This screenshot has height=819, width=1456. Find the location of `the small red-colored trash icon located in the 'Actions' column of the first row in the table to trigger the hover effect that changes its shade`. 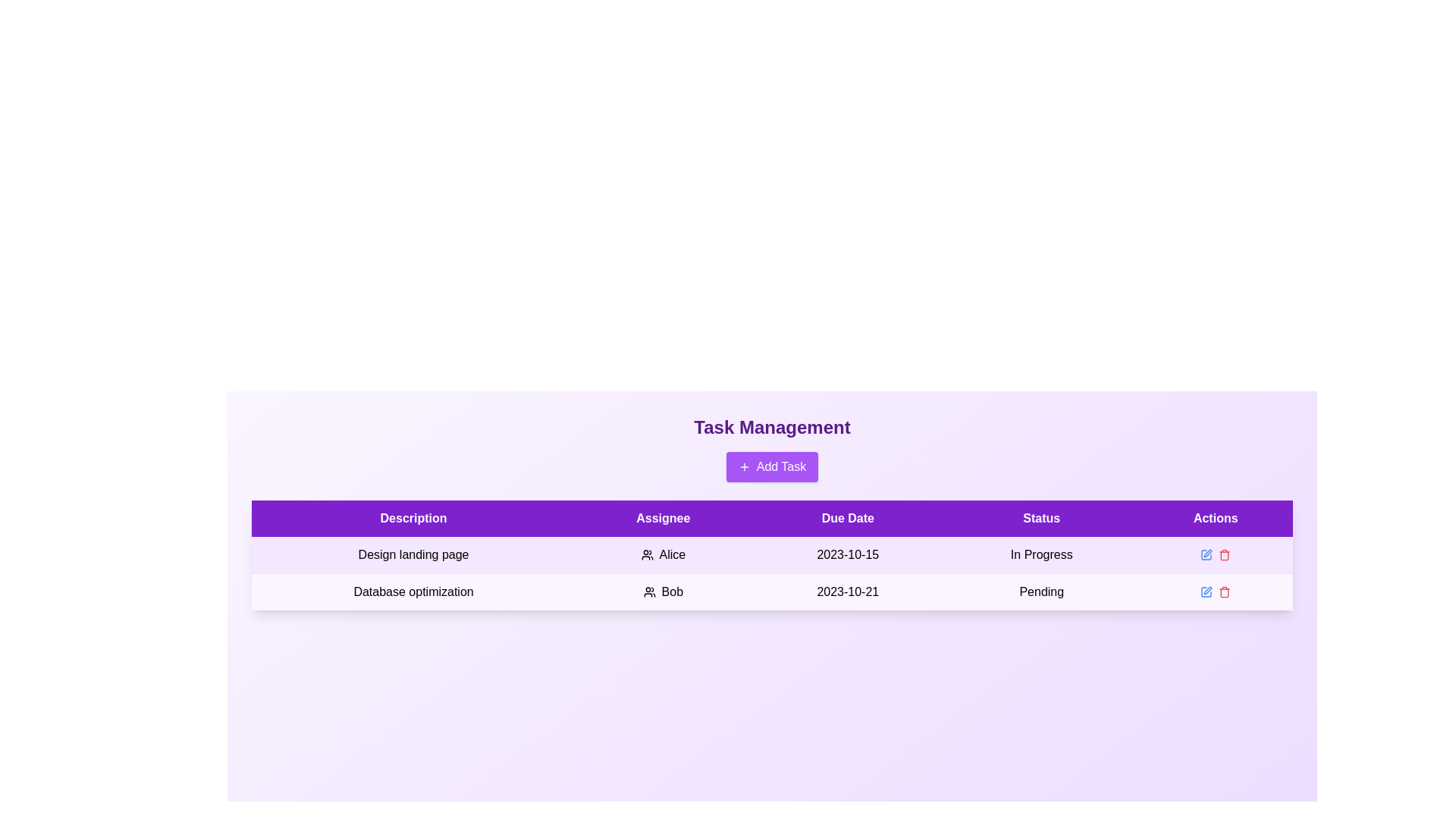

the small red-colored trash icon located in the 'Actions' column of the first row in the table to trigger the hover effect that changes its shade is located at coordinates (1225, 555).